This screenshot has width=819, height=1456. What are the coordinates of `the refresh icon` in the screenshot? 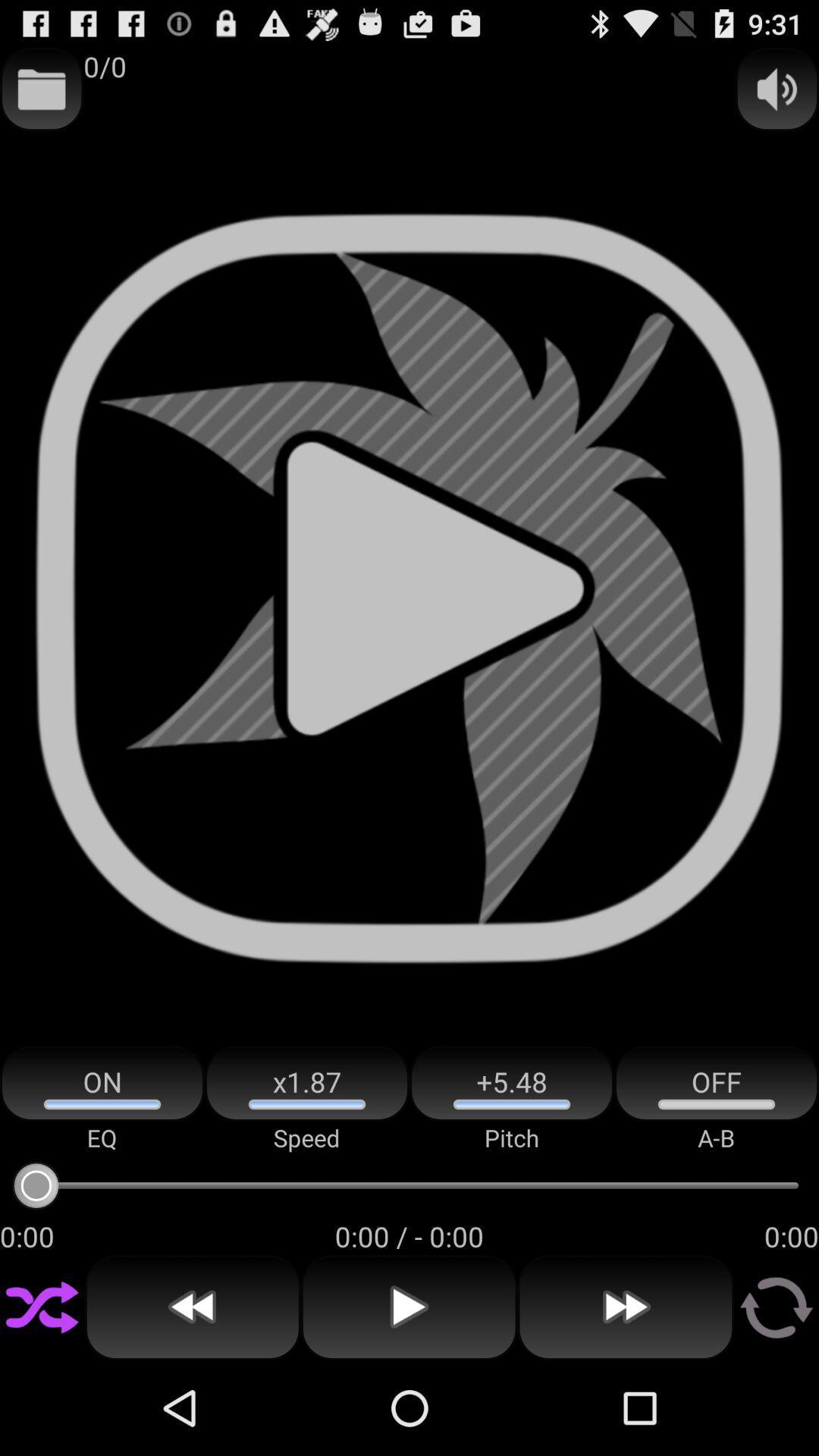 It's located at (777, 1398).